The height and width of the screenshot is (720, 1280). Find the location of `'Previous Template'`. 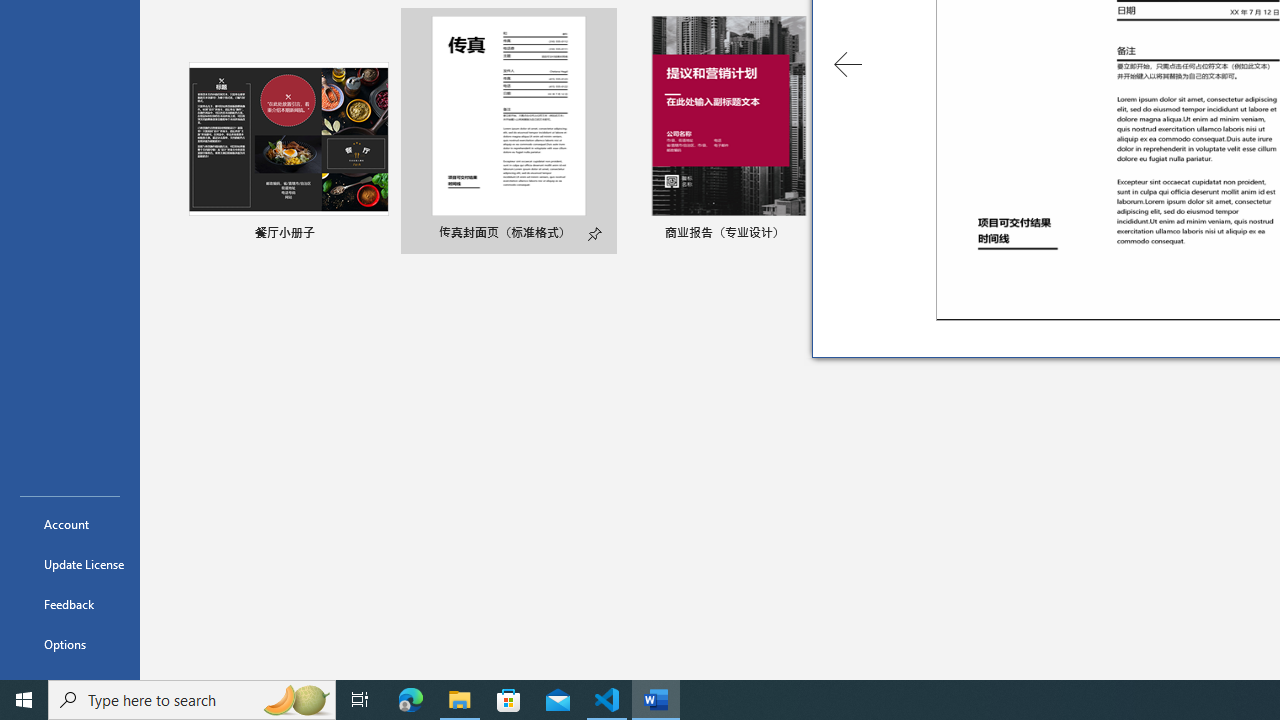

'Previous Template' is located at coordinates (848, 63).